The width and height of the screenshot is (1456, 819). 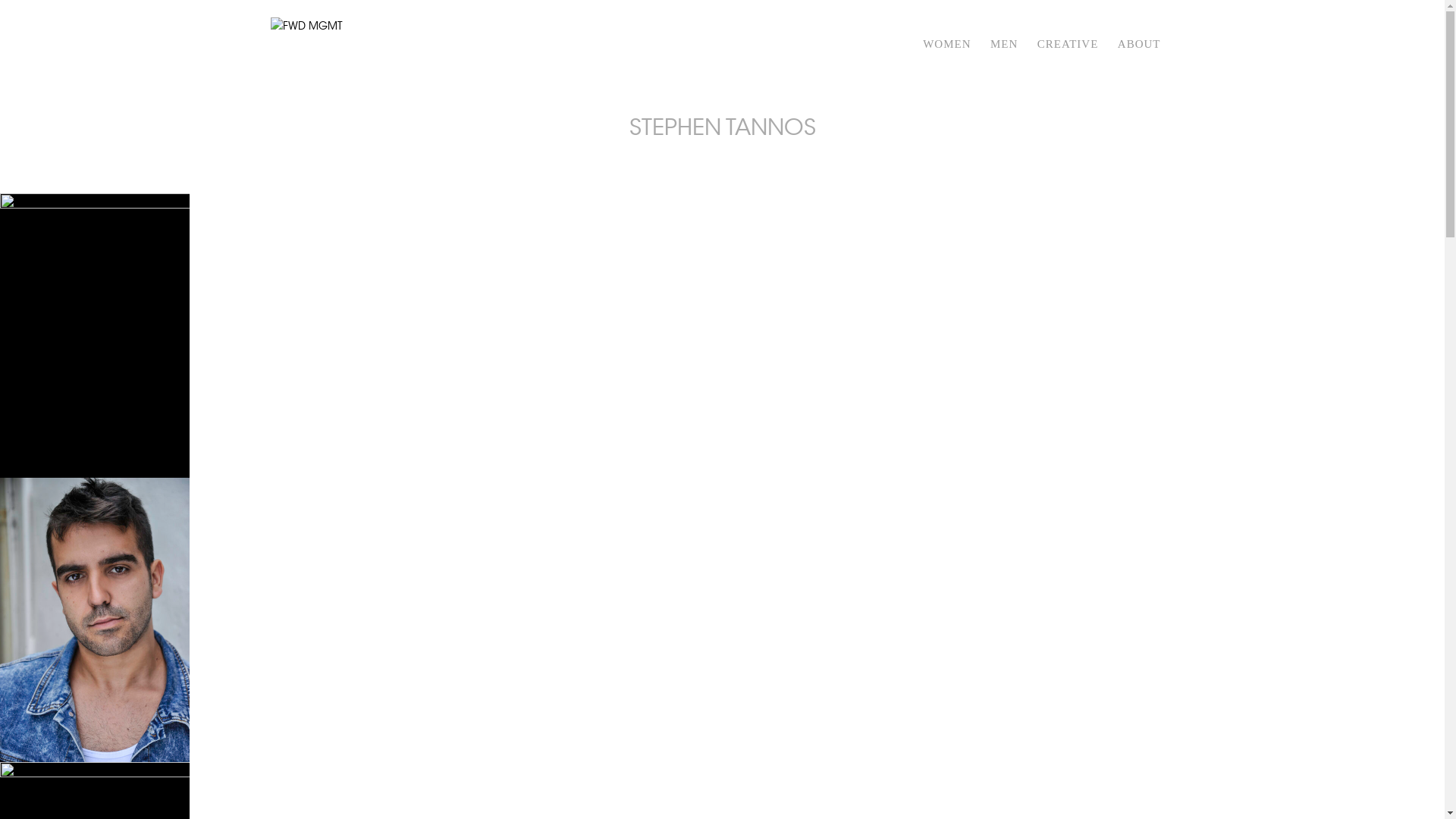 What do you see at coordinates (1139, 62) in the screenshot?
I see `'ABOUT'` at bounding box center [1139, 62].